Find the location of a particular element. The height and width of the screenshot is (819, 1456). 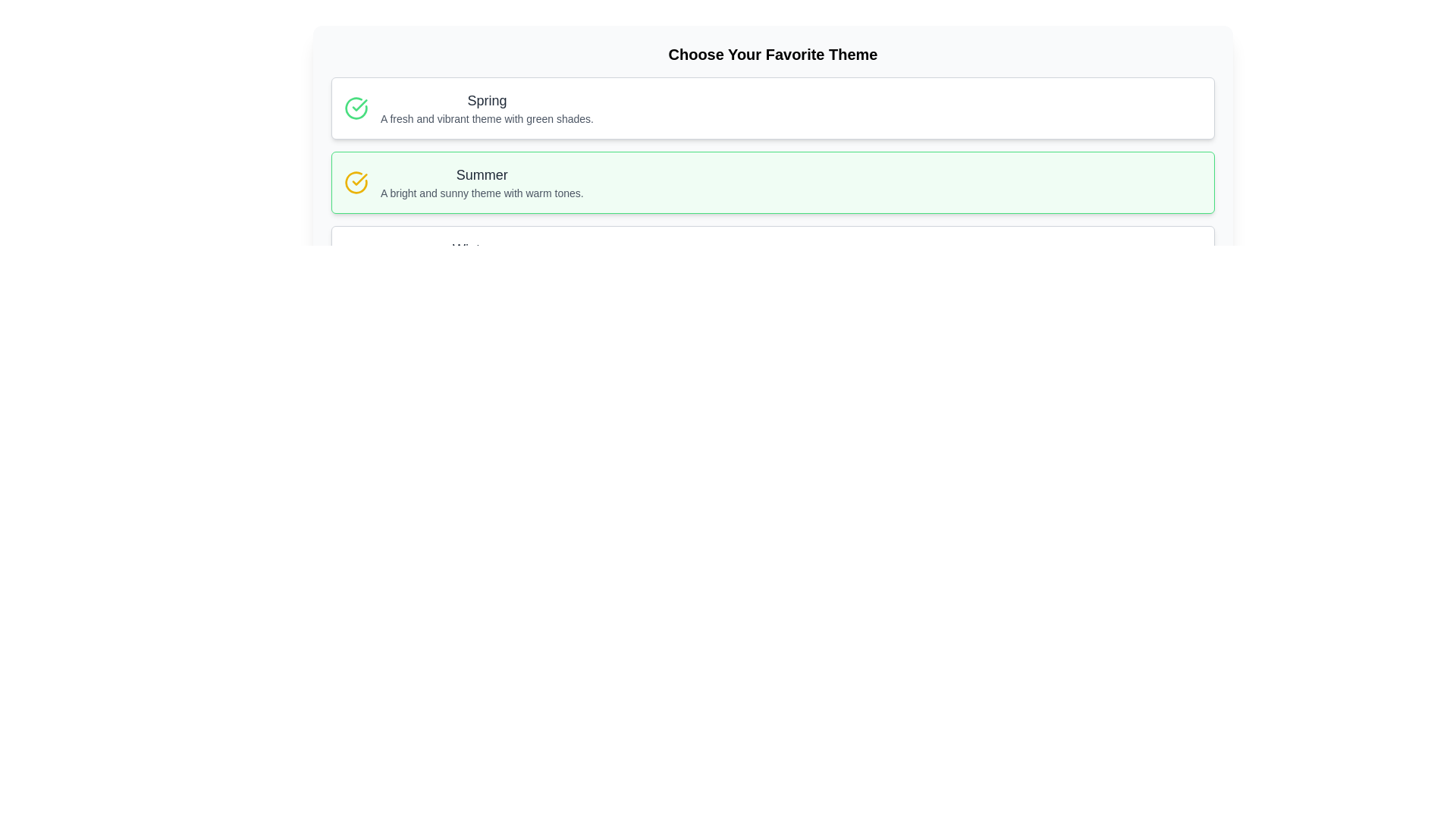

the text label saying 'Summer' which is styled in a medium-sized bold font with a grayish color, located in the center of a green backdrop box, positioned below the 'Spring' theme in the theme selection context is located at coordinates (481, 174).